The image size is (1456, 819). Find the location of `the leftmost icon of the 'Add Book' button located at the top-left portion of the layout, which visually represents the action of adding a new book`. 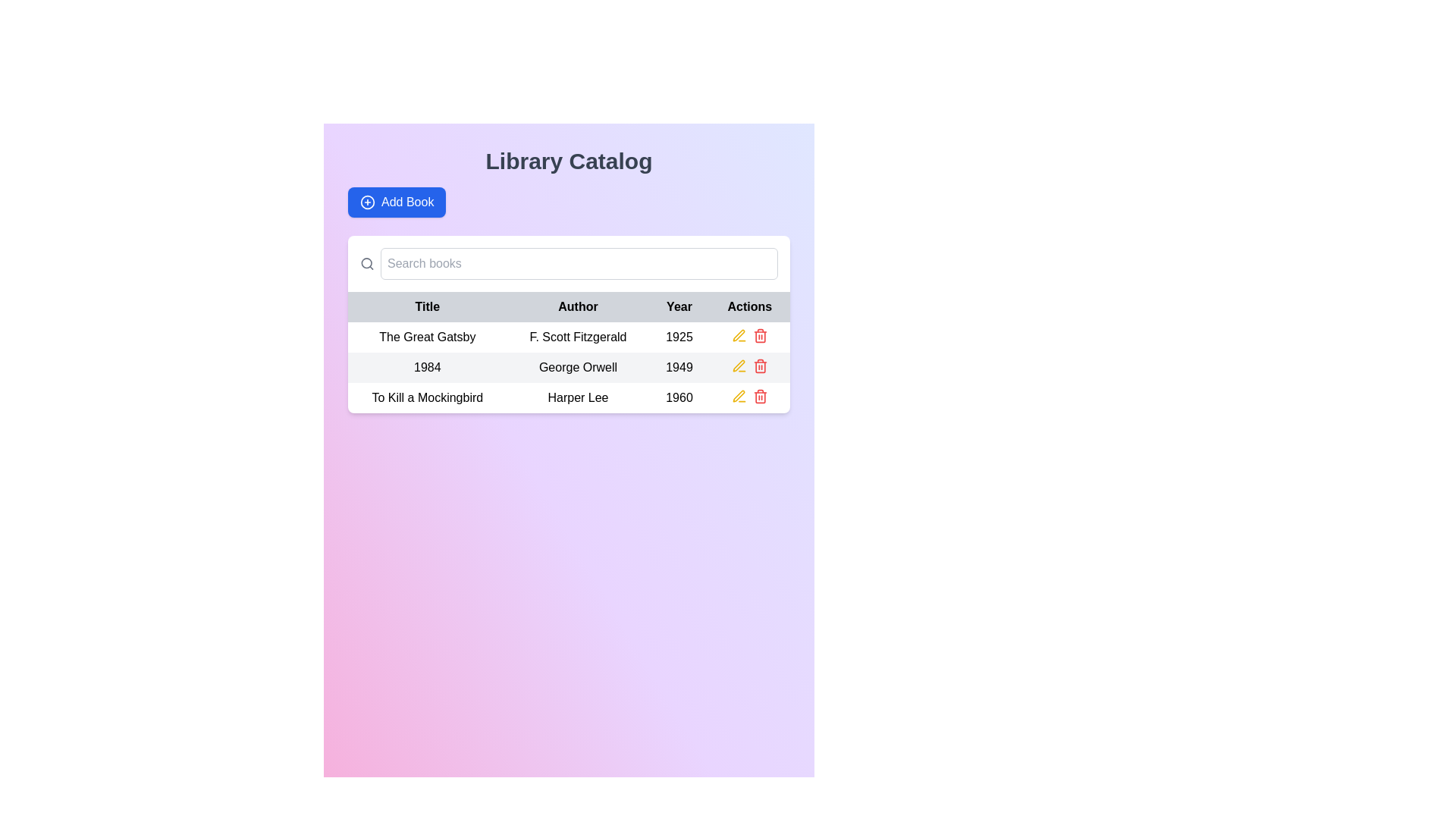

the leftmost icon of the 'Add Book' button located at the top-left portion of the layout, which visually represents the action of adding a new book is located at coordinates (367, 201).